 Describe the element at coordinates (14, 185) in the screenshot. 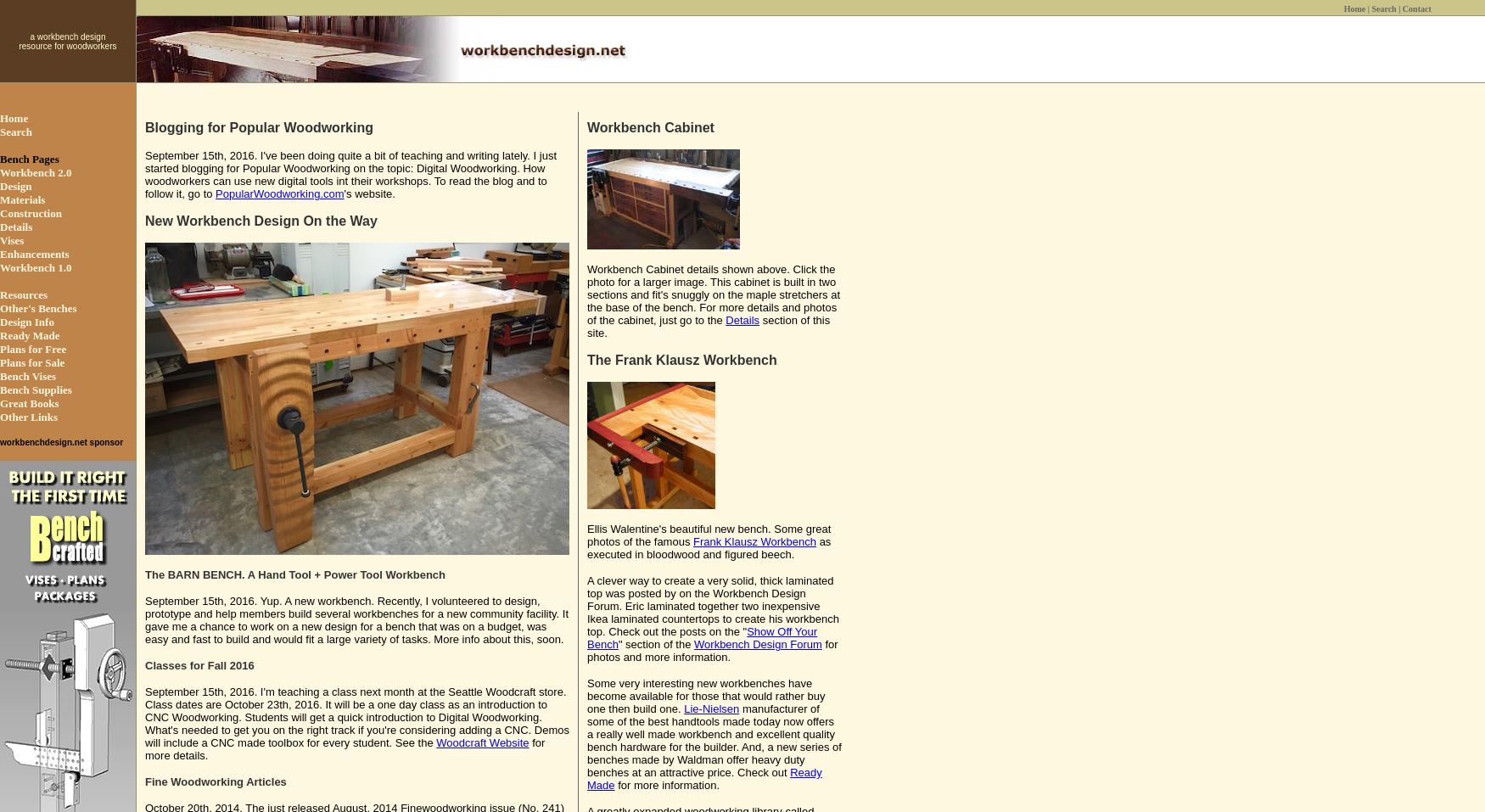

I see `'Design'` at that location.